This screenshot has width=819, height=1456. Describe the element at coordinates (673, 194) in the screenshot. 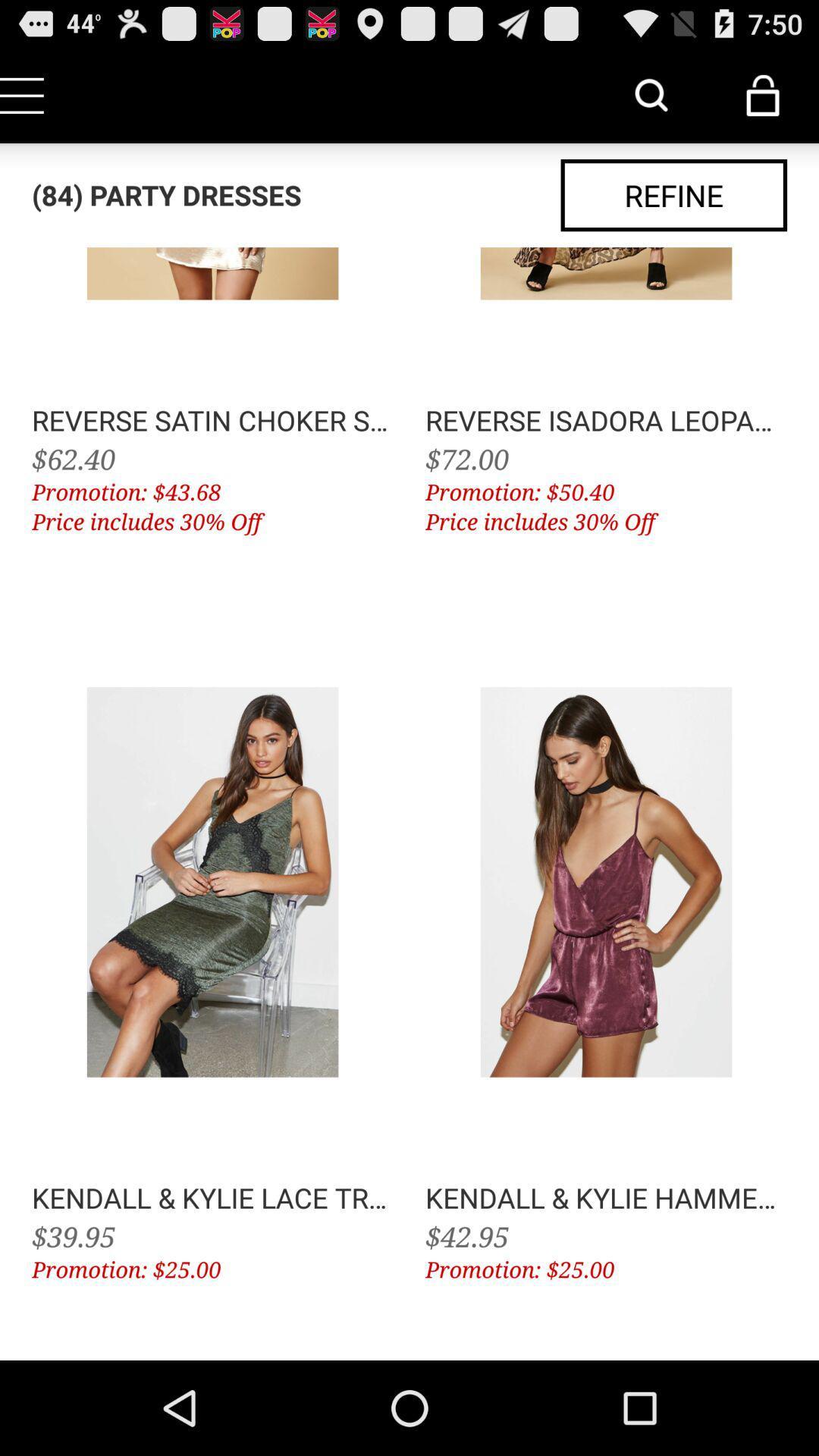

I see `item to the right of the (84) party dresses app` at that location.